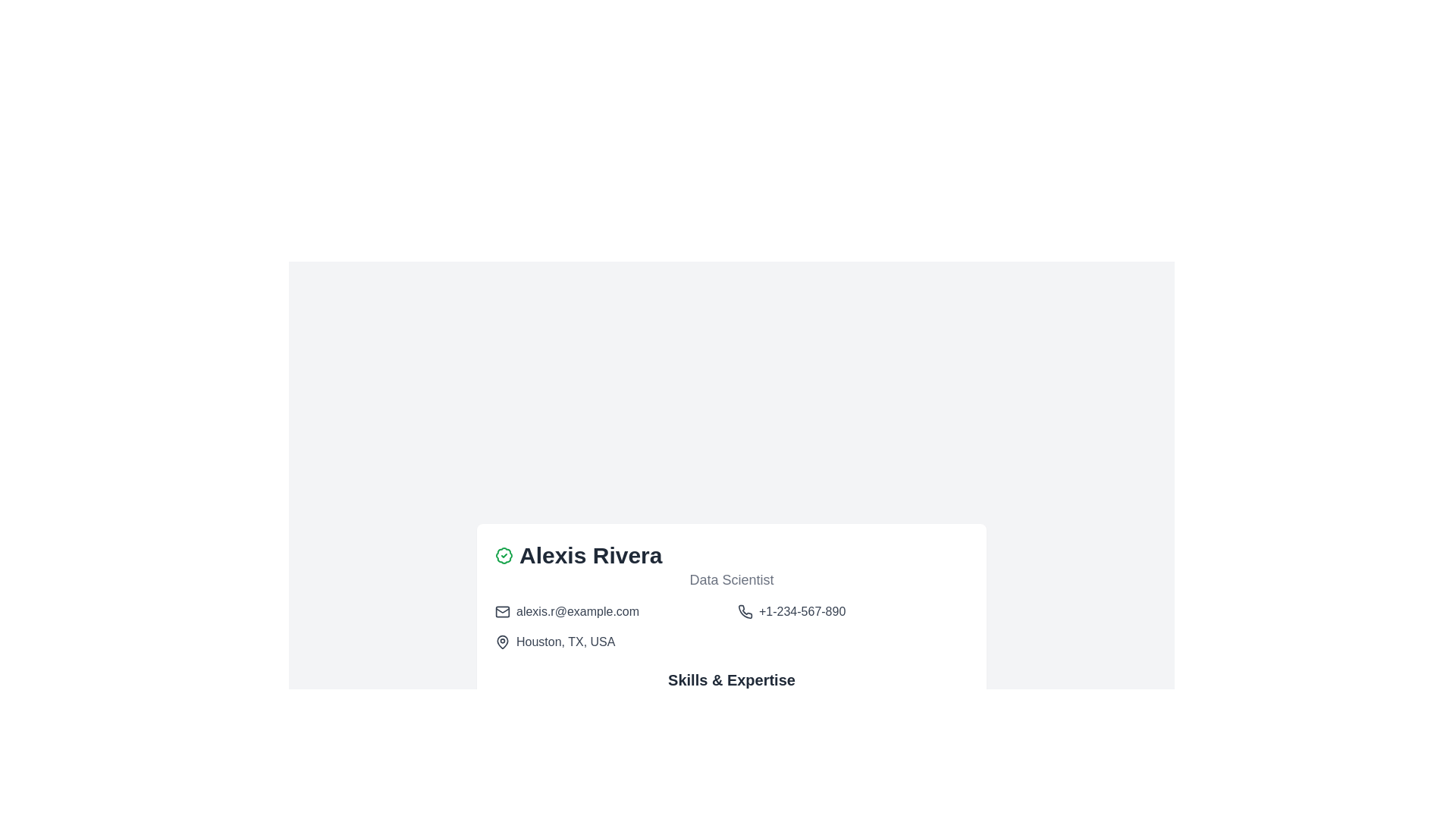 The width and height of the screenshot is (1456, 819). I want to click on the icon located at the top-left section of the card, adjacent to the name 'Alexis Rivera', so click(504, 555).